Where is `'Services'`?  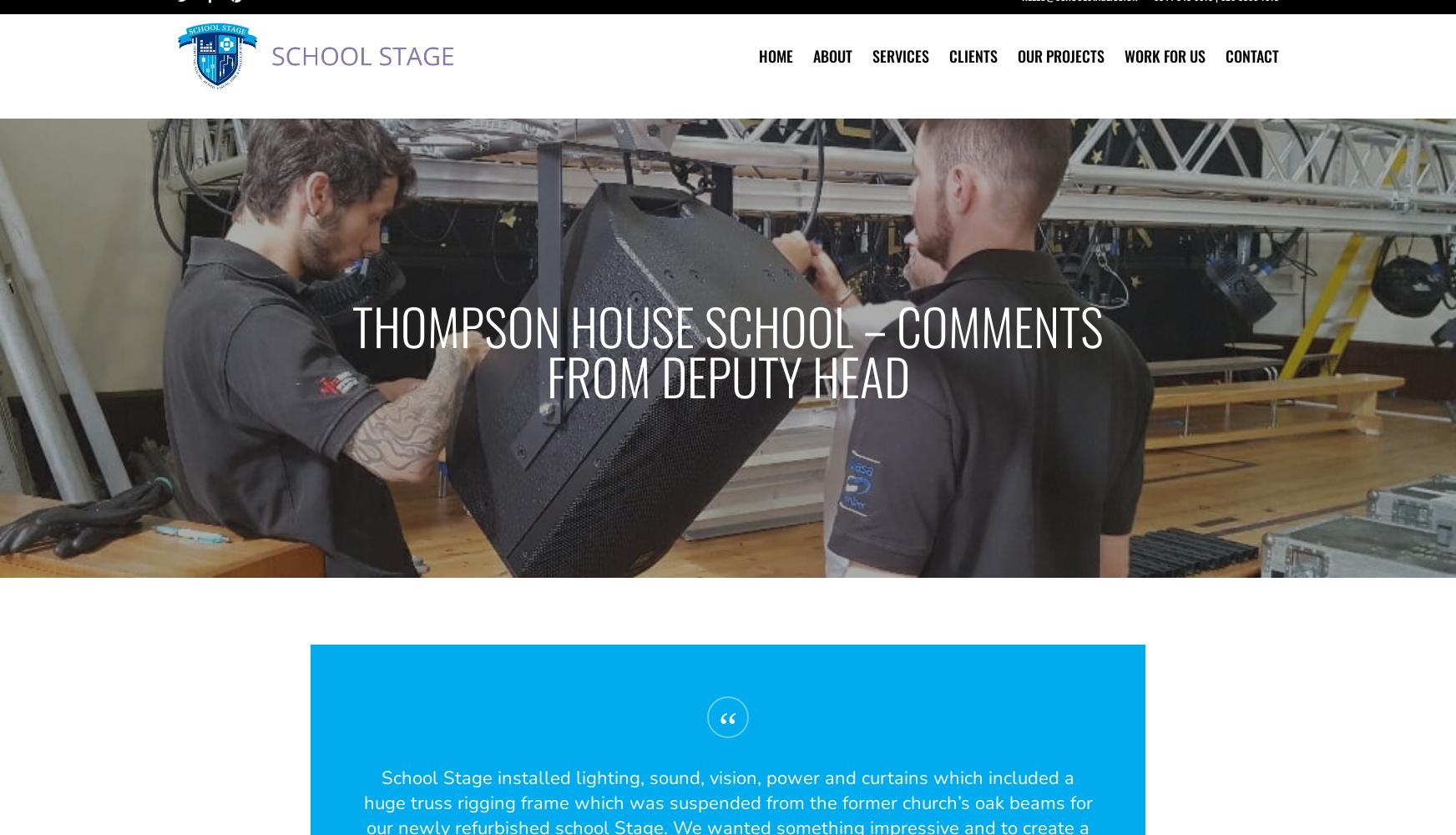 'Services' is located at coordinates (901, 76).